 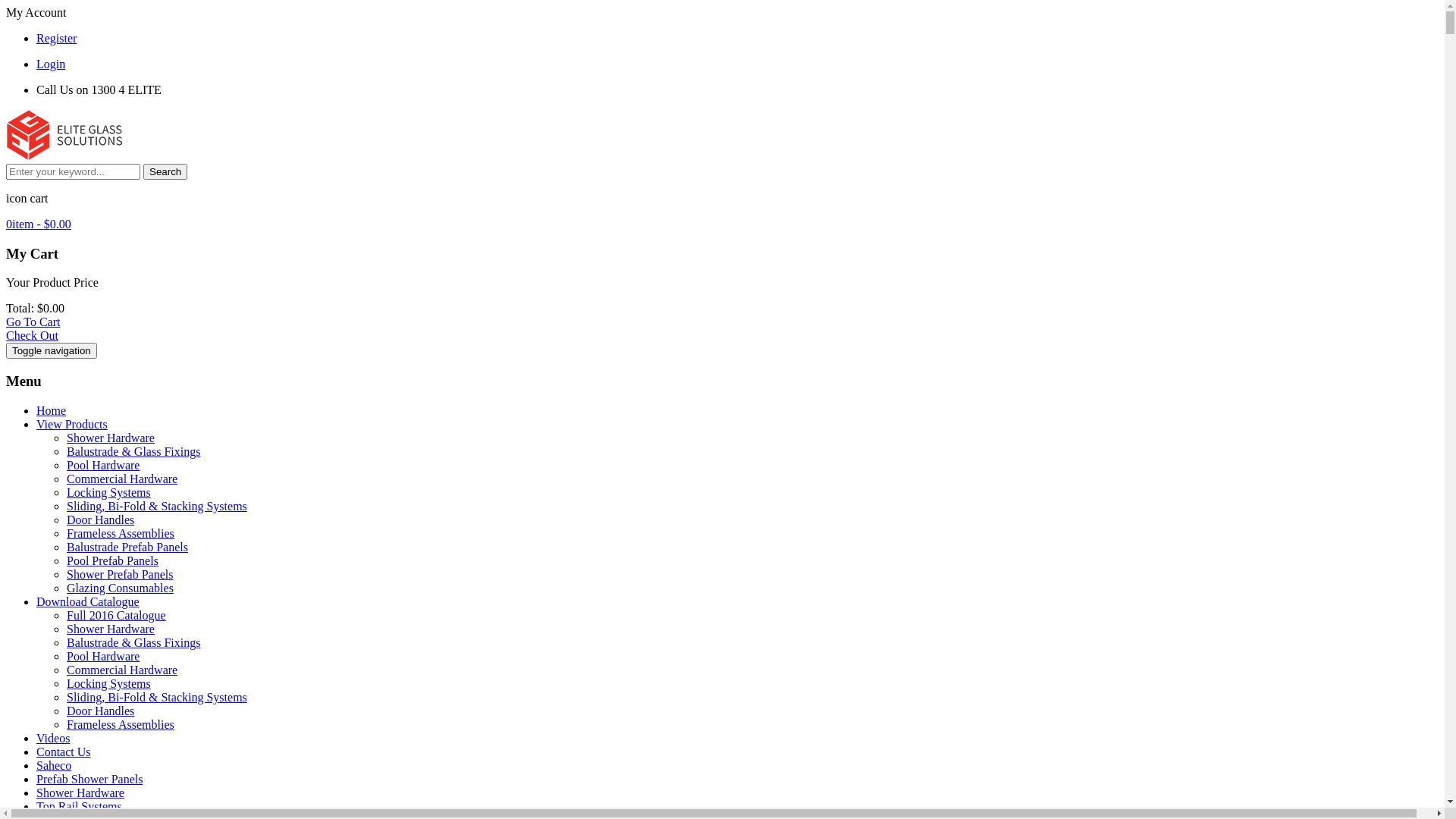 What do you see at coordinates (86, 601) in the screenshot?
I see `'Download Catalogue'` at bounding box center [86, 601].